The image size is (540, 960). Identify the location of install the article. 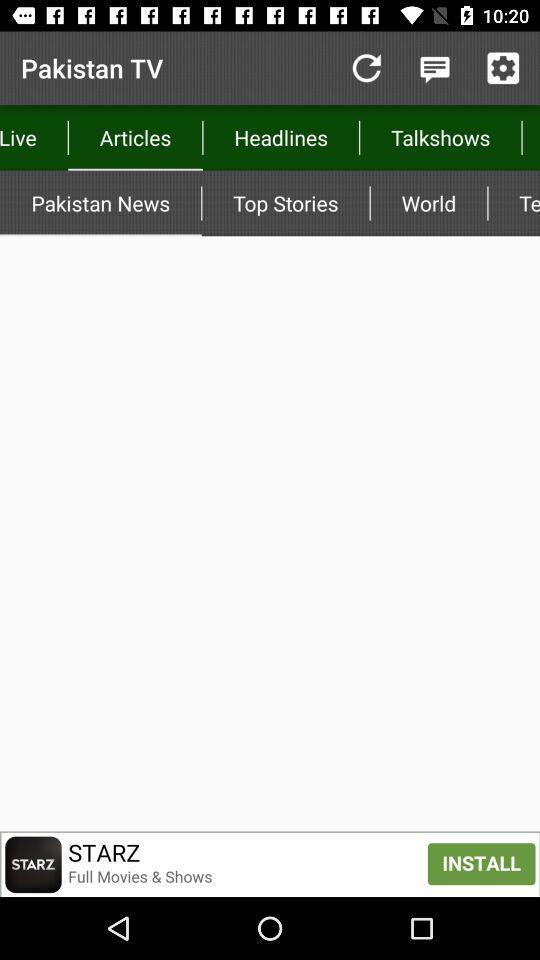
(270, 863).